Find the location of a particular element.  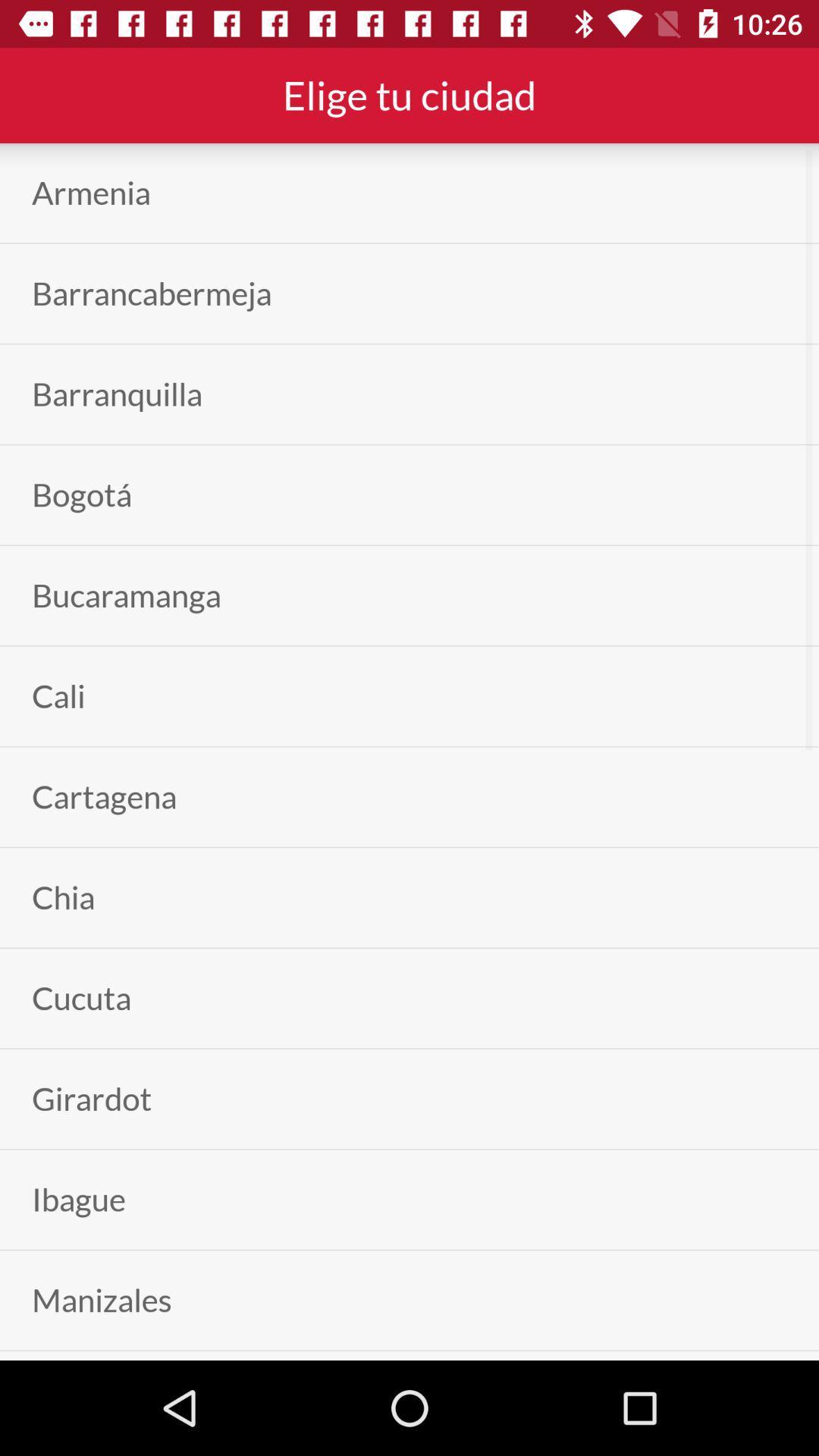

app above barranquilla app is located at coordinates (152, 293).